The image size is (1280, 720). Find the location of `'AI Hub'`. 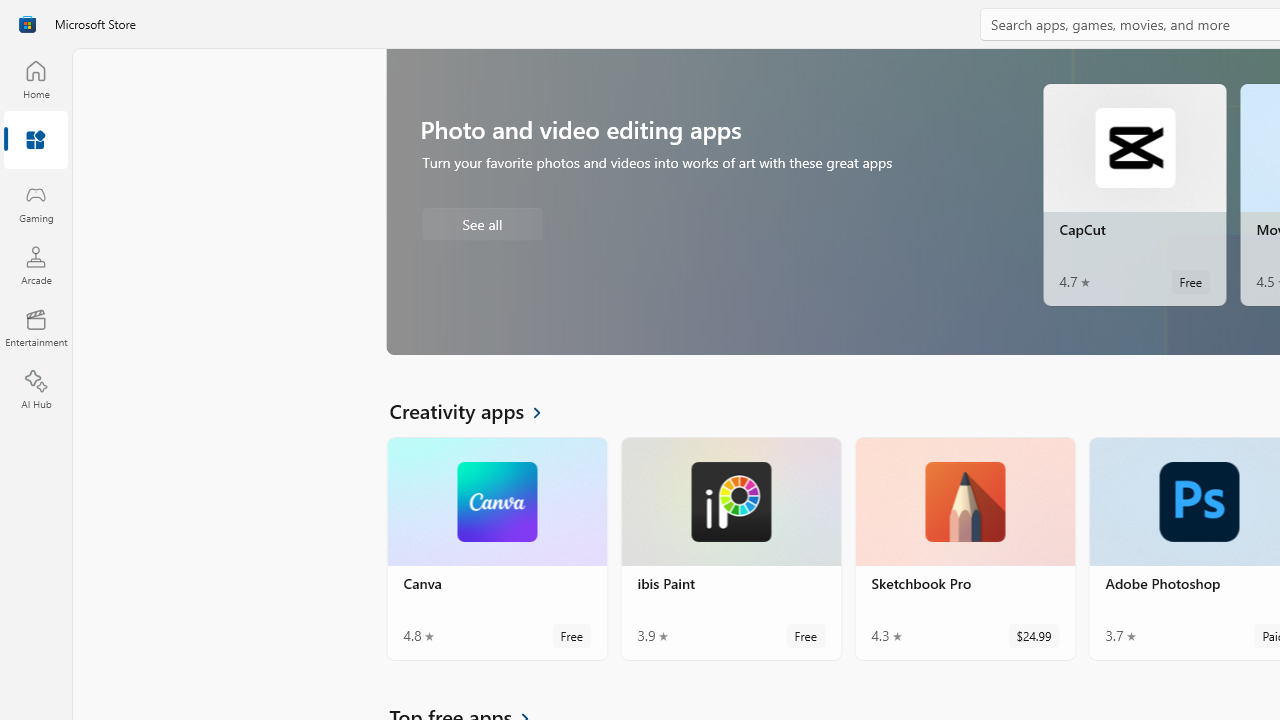

'AI Hub' is located at coordinates (35, 390).